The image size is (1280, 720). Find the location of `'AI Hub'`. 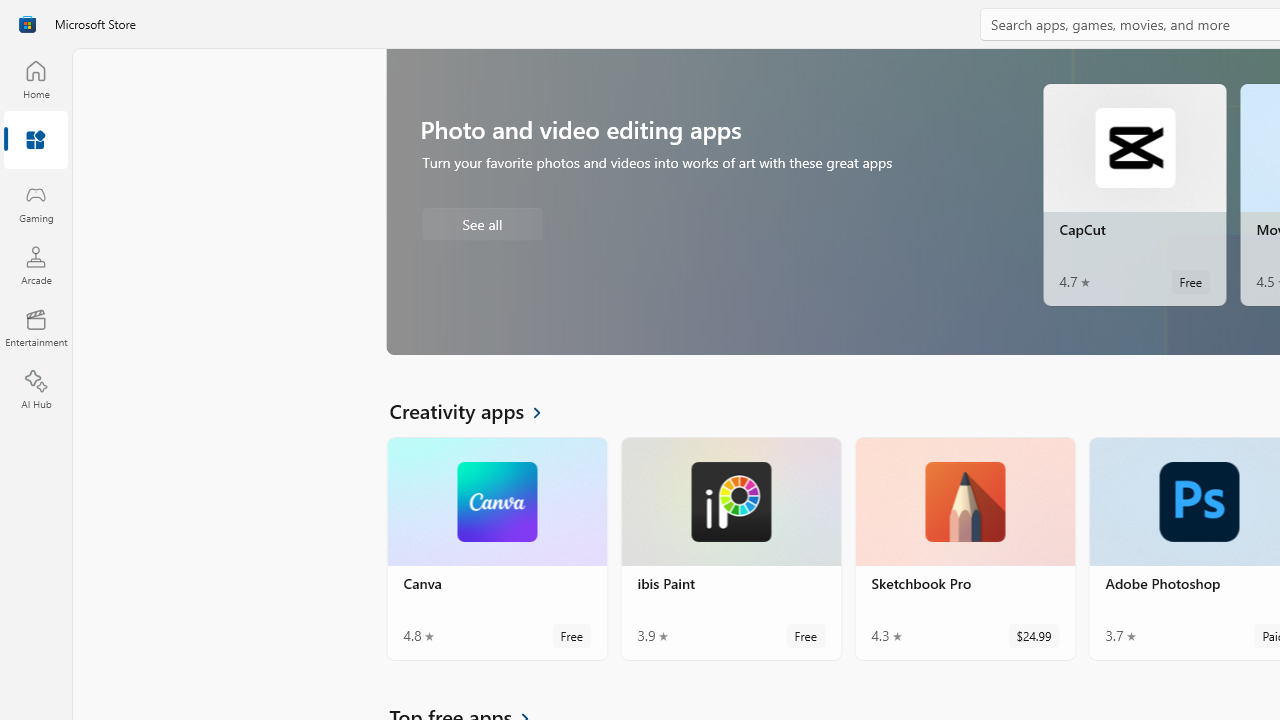

'AI Hub' is located at coordinates (35, 390).